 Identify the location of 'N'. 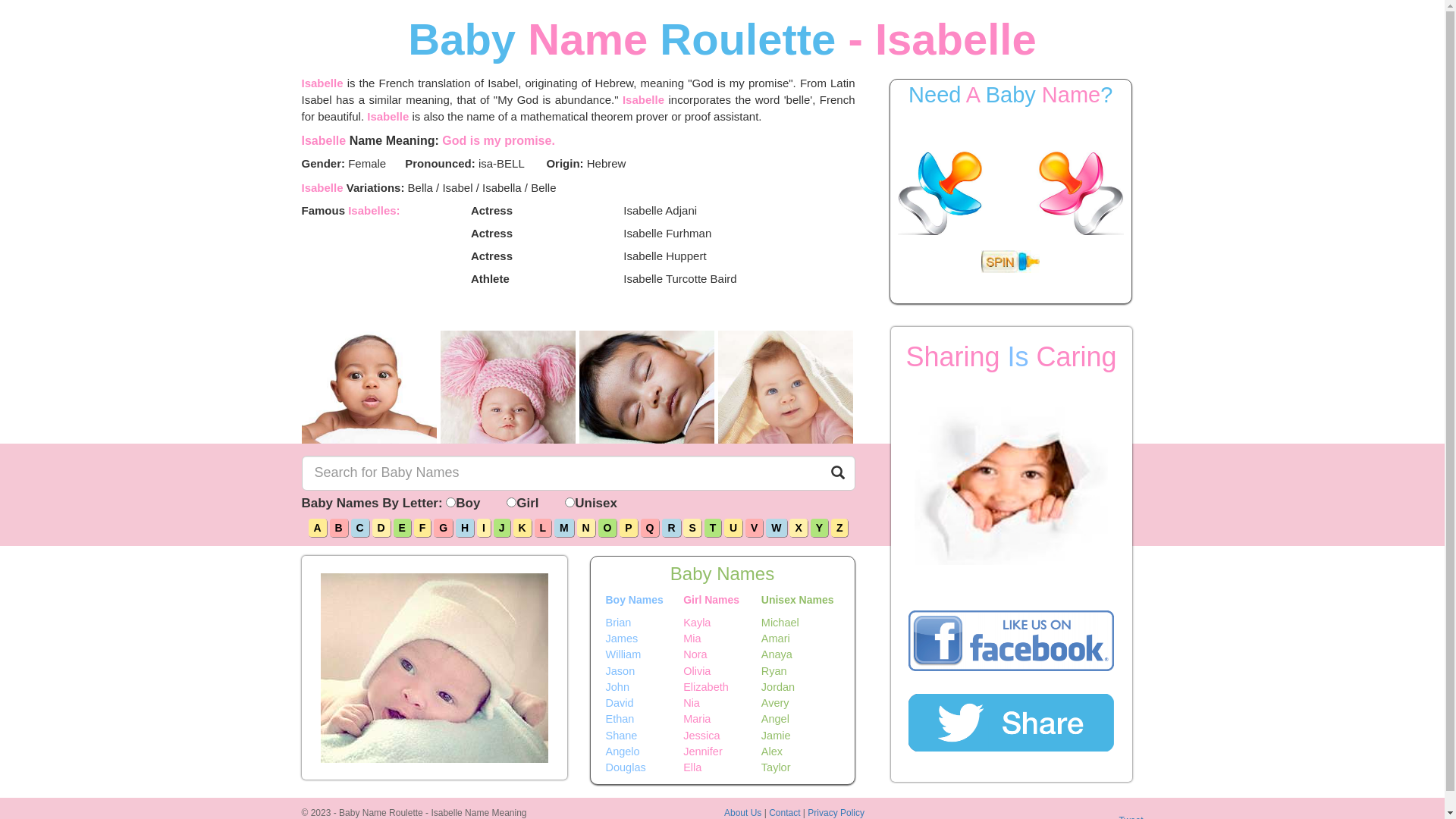
(585, 526).